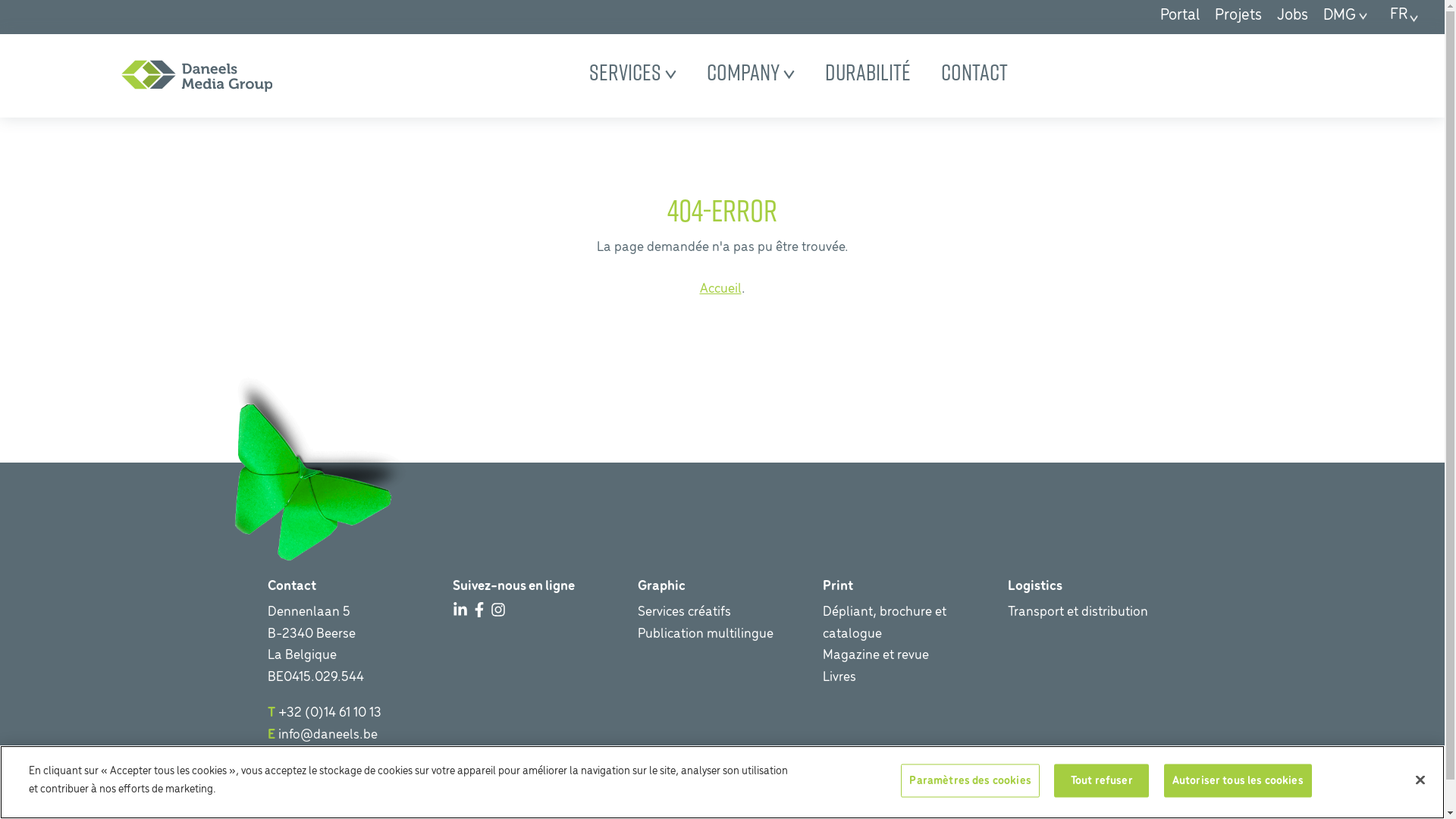  Describe the element at coordinates (632, 72) in the screenshot. I see `'Services'` at that location.